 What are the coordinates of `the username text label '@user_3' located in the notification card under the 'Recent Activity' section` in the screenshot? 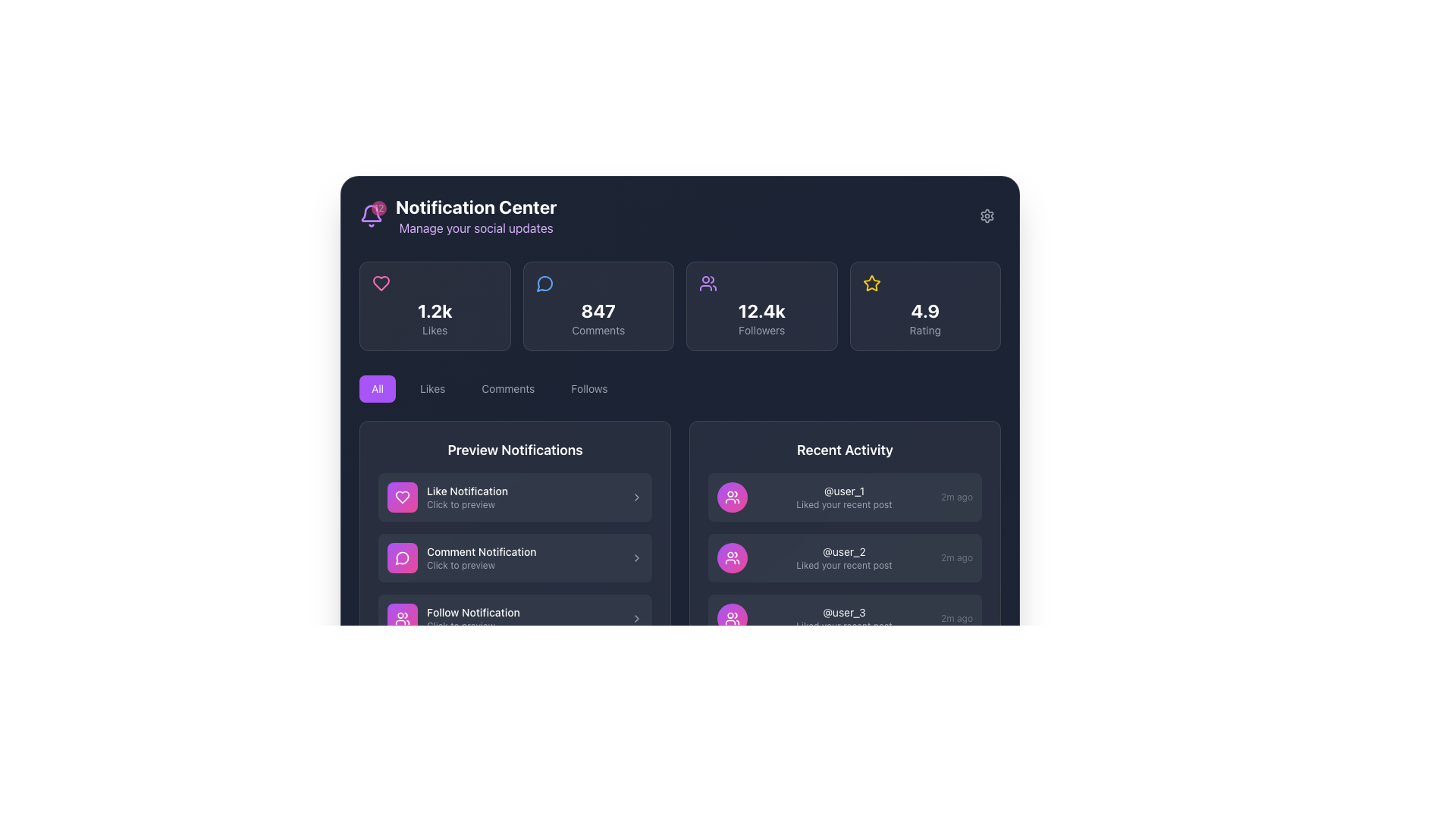 It's located at (843, 611).